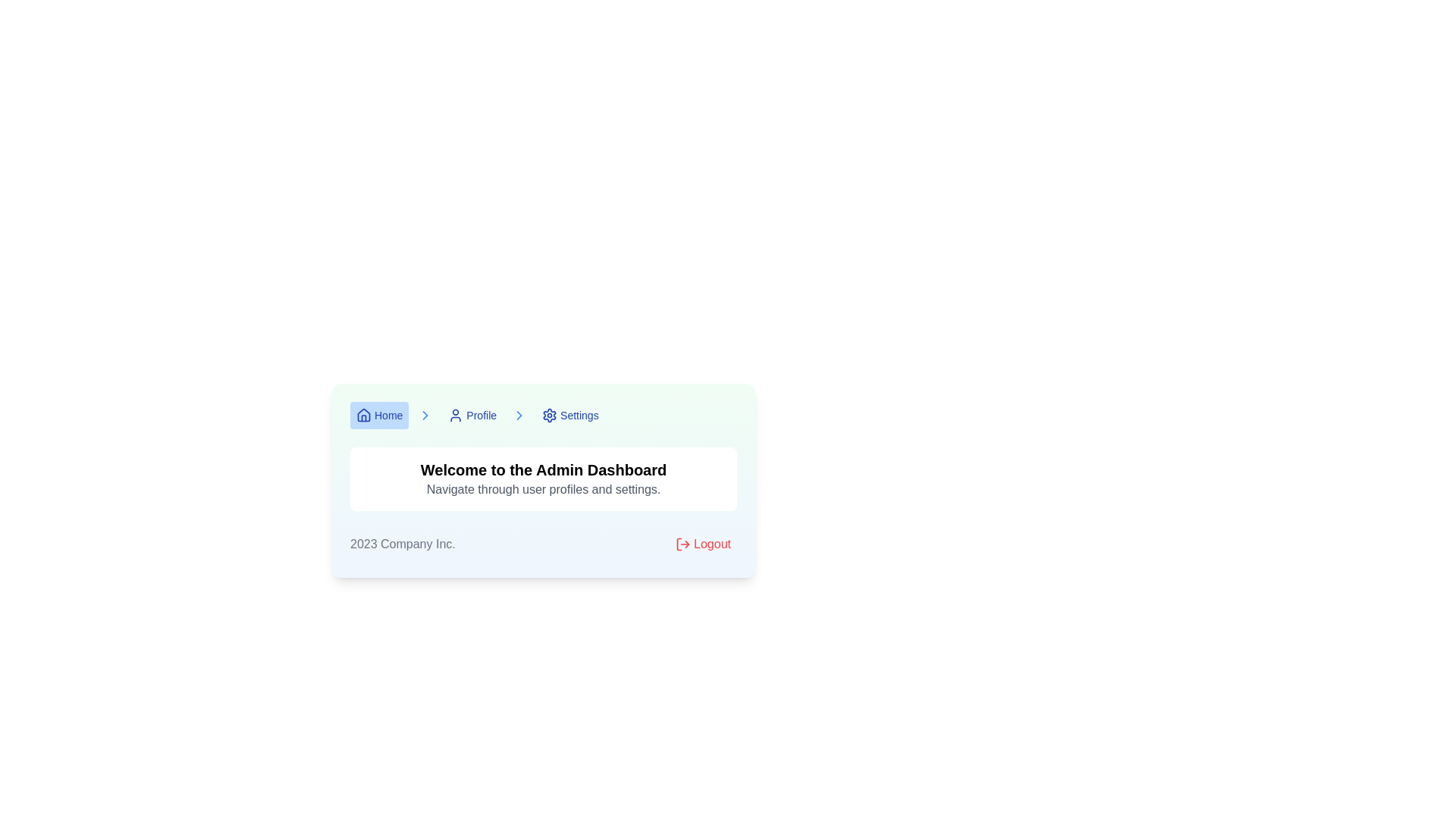  What do you see at coordinates (548, 415) in the screenshot?
I see `the gear icon representing the 'Settings' option located in the breadcrumb navigation layout` at bounding box center [548, 415].